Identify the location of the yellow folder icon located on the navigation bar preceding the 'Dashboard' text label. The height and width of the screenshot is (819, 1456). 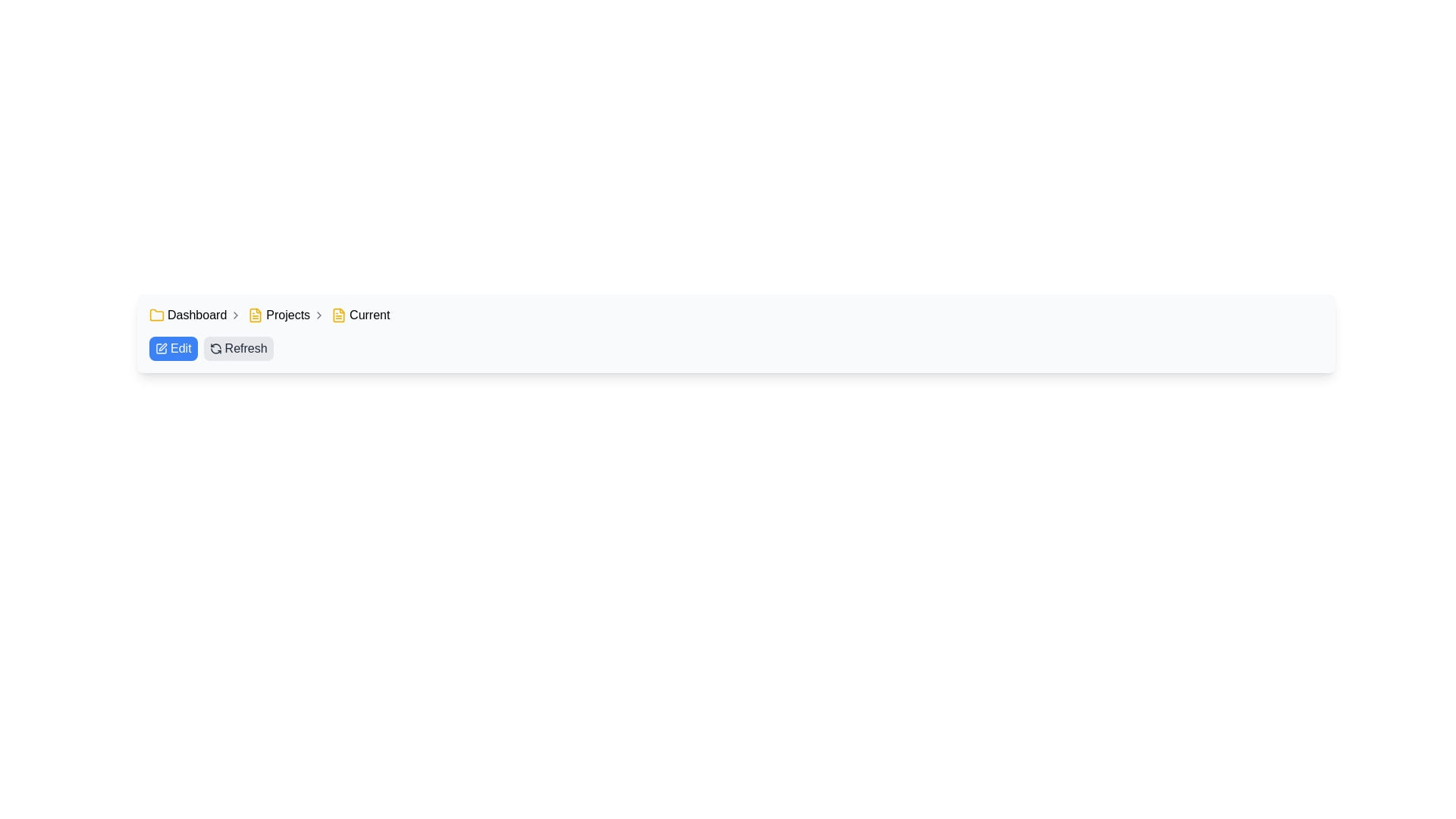
(156, 315).